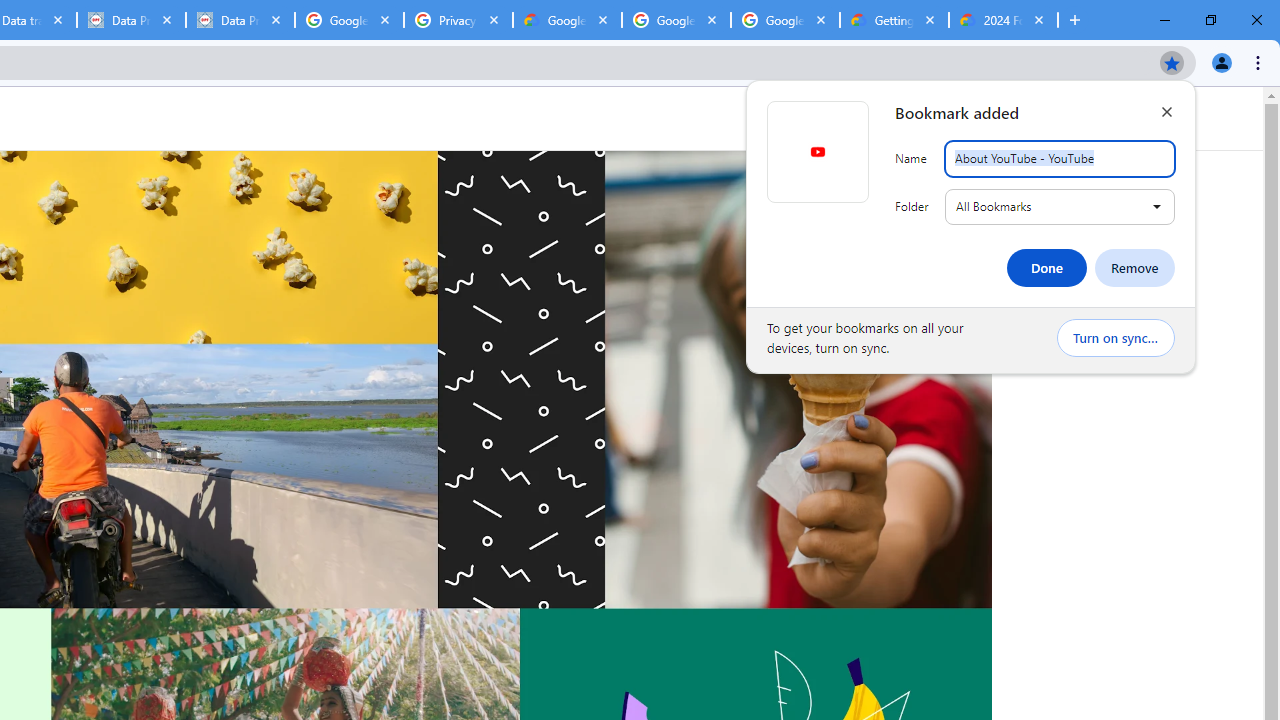  What do you see at coordinates (676, 20) in the screenshot?
I see `'Google Workspace - Specific Terms'` at bounding box center [676, 20].